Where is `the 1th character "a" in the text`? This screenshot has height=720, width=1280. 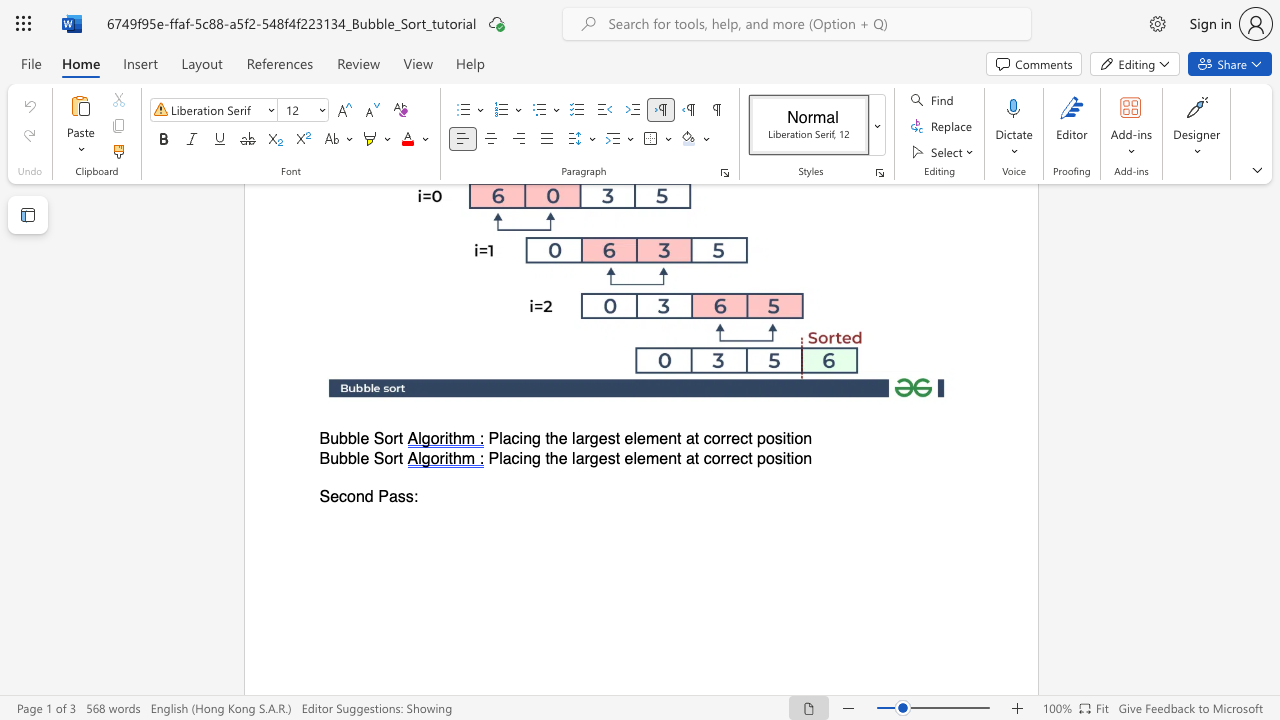
the 1th character "a" in the text is located at coordinates (507, 458).